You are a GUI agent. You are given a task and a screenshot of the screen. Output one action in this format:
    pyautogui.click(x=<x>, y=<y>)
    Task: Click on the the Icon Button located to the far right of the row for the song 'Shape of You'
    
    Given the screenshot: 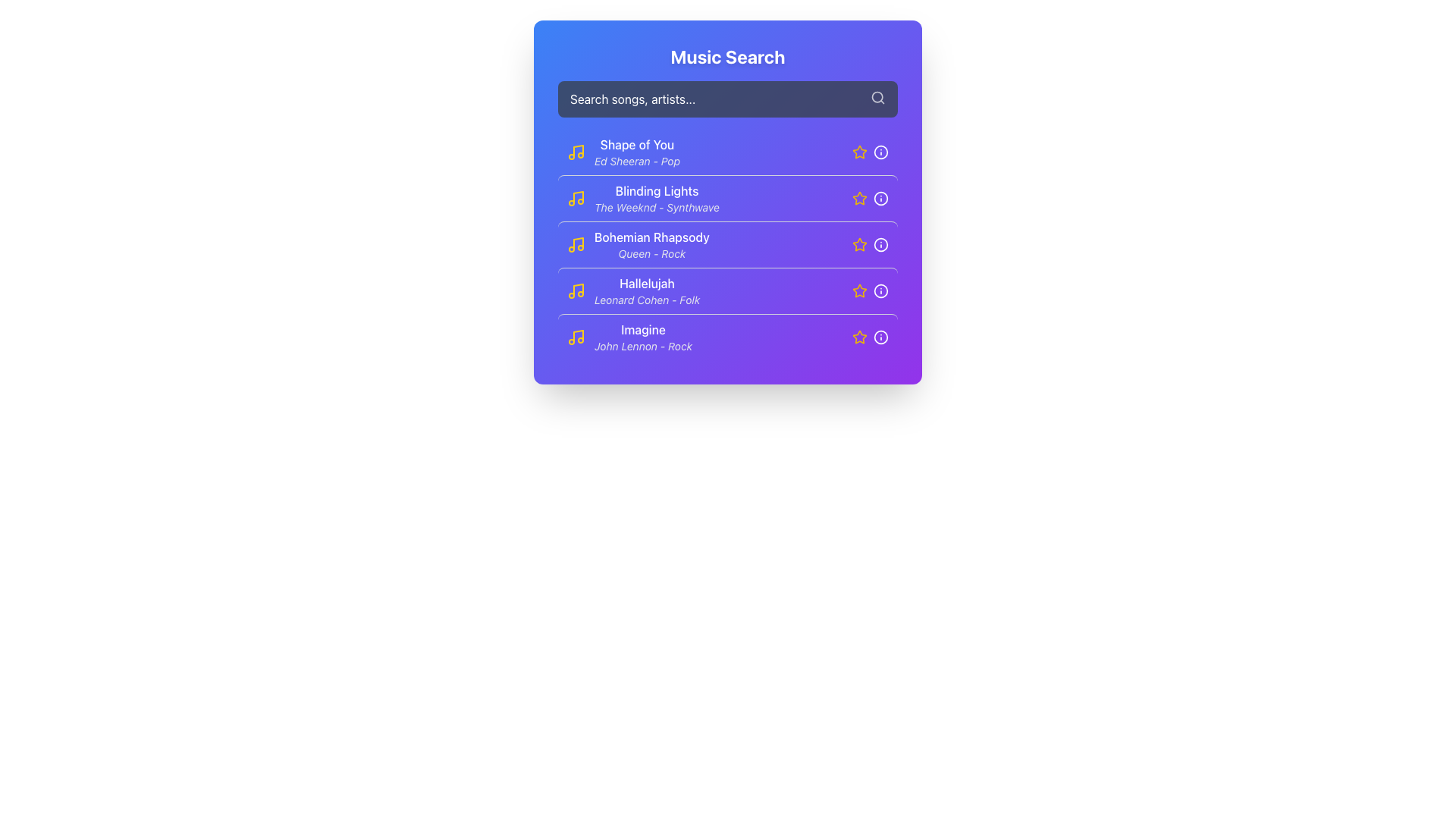 What is the action you would take?
    pyautogui.click(x=880, y=152)
    